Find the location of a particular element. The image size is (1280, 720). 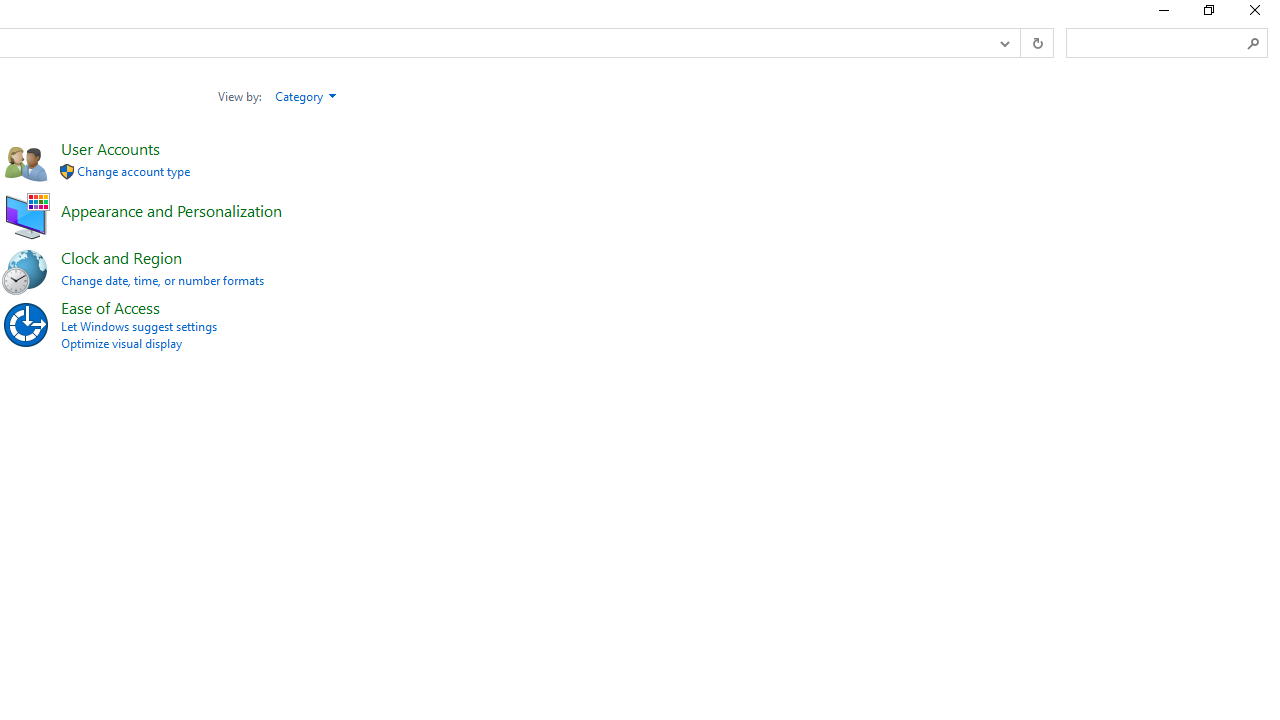

'Restore' is located at coordinates (1207, 15).